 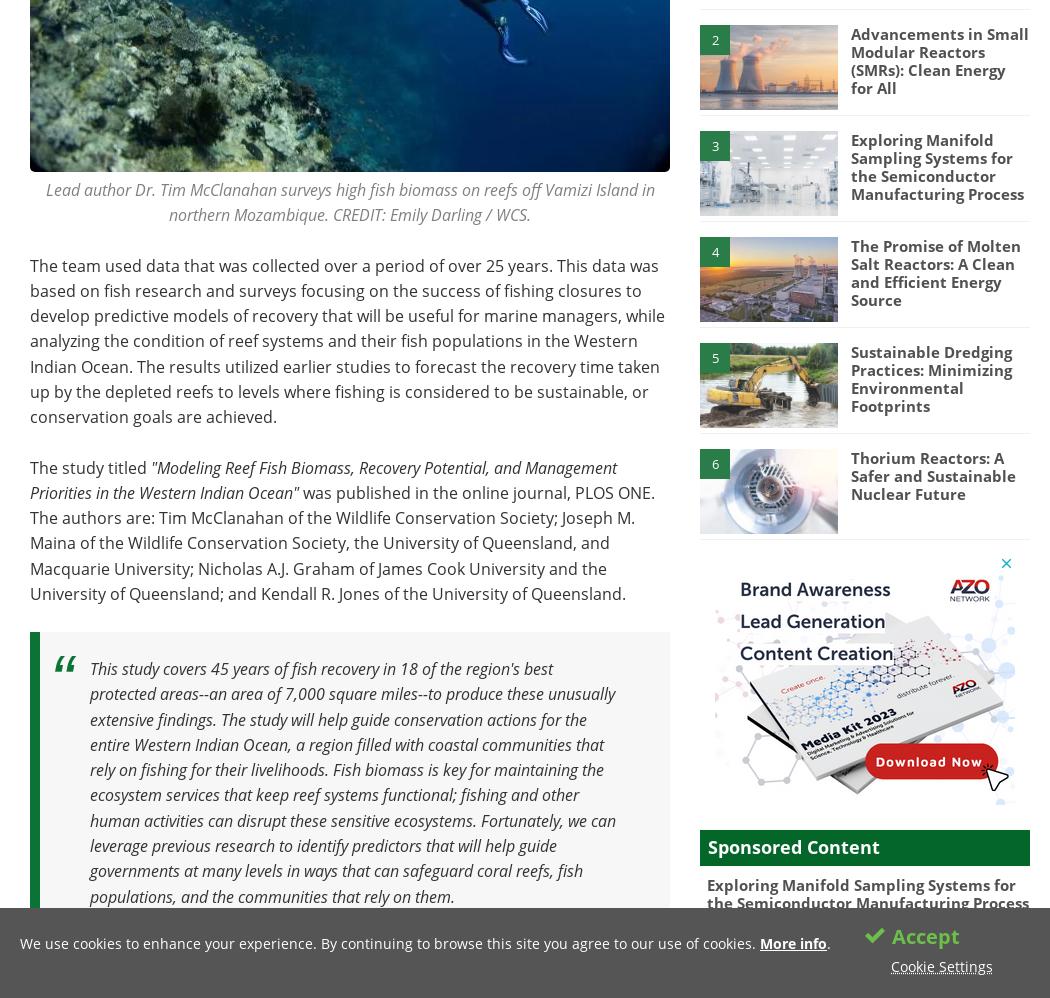 What do you see at coordinates (323, 478) in the screenshot?
I see `'"Modeling Reef Fish Biomass, Recovery Potential, and Management Priorities in the Western Indian Ocean"'` at bounding box center [323, 478].